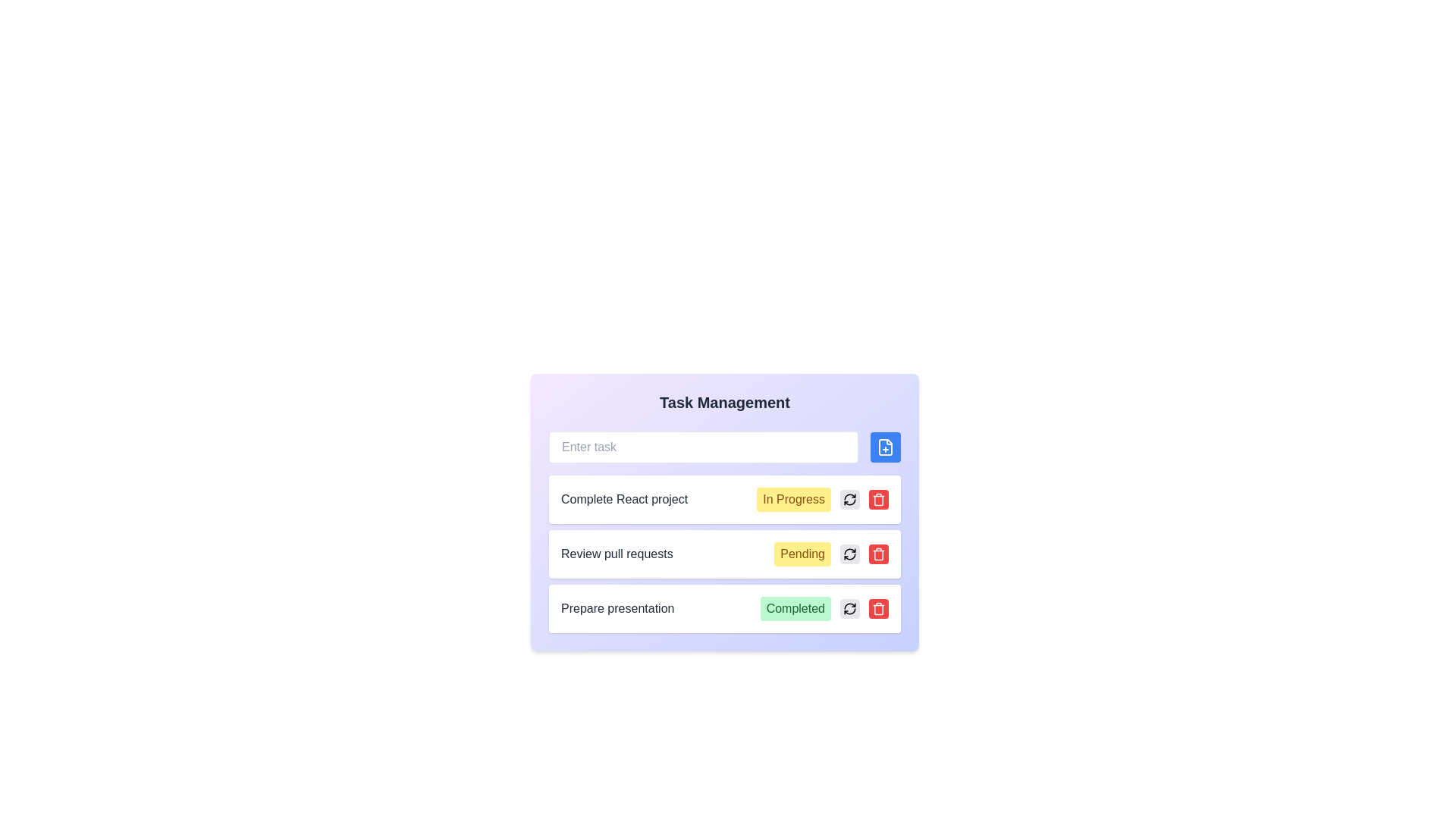 The image size is (1456, 819). Describe the element at coordinates (878, 607) in the screenshot. I see `the delete button associated with the 'Prepare presentation' task, which is positioned in the third row of the task list and is the last button on the right` at that location.